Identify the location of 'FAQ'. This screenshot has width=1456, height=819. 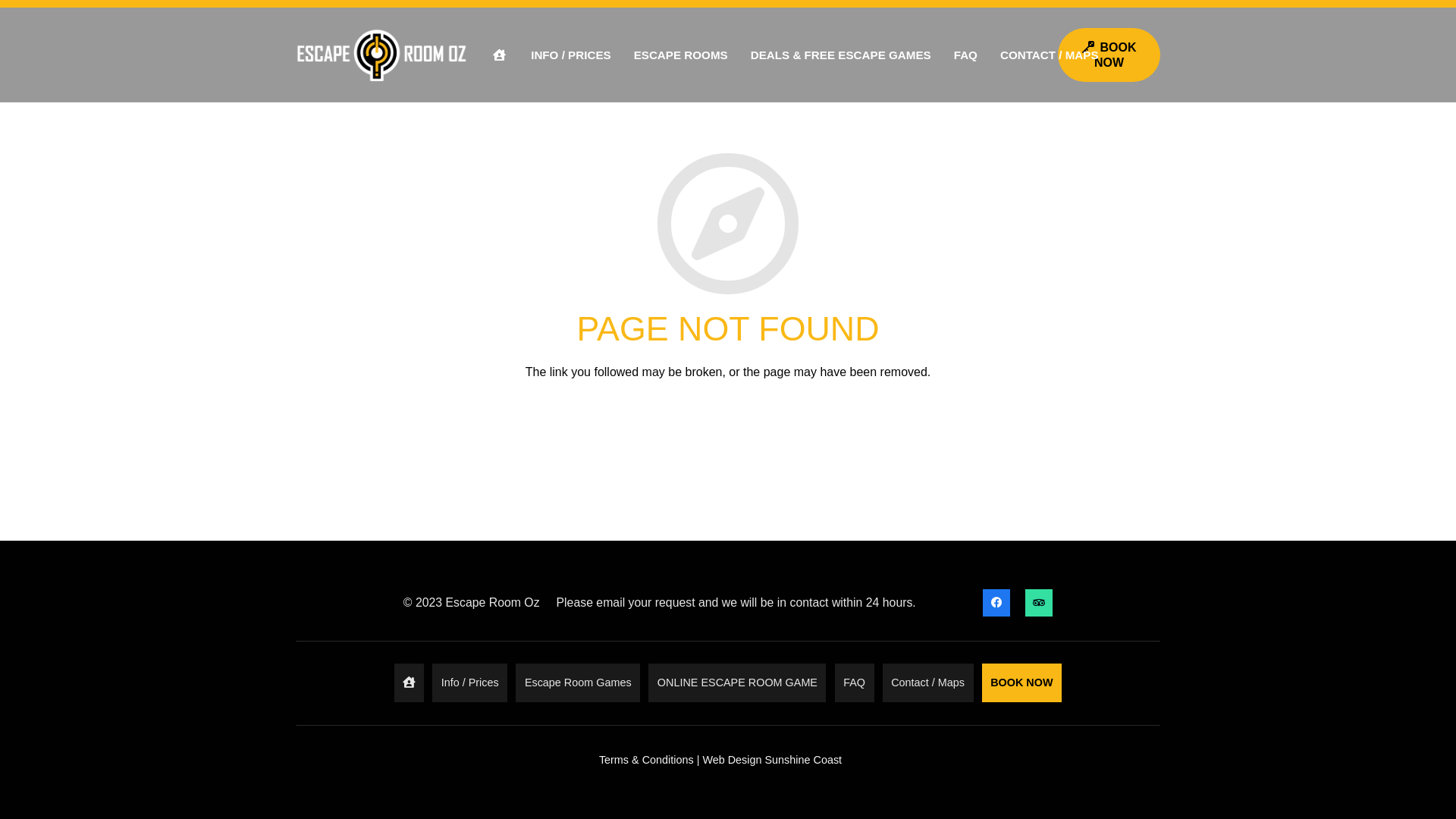
(965, 55).